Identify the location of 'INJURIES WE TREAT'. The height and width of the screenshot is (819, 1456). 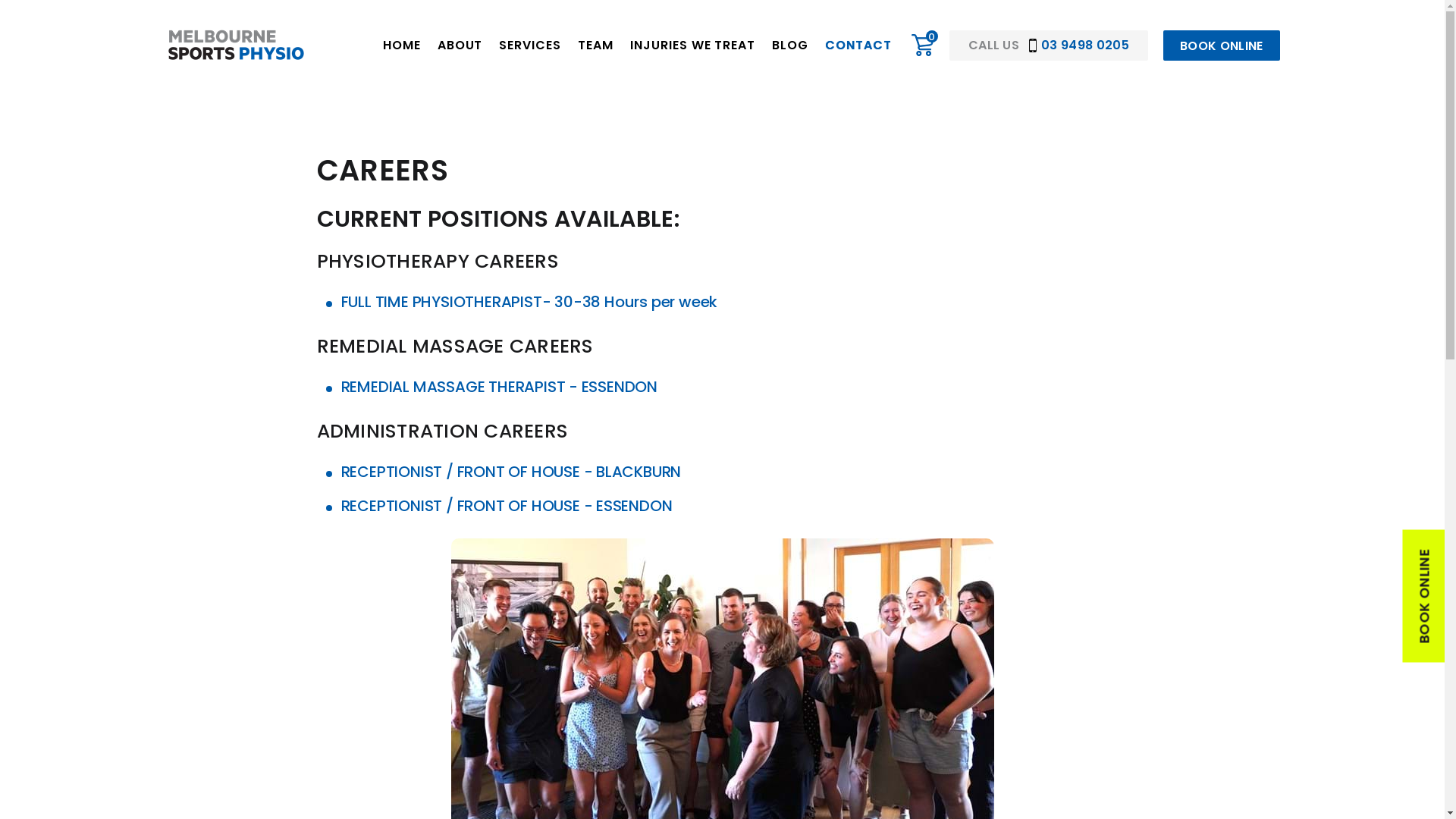
(692, 45).